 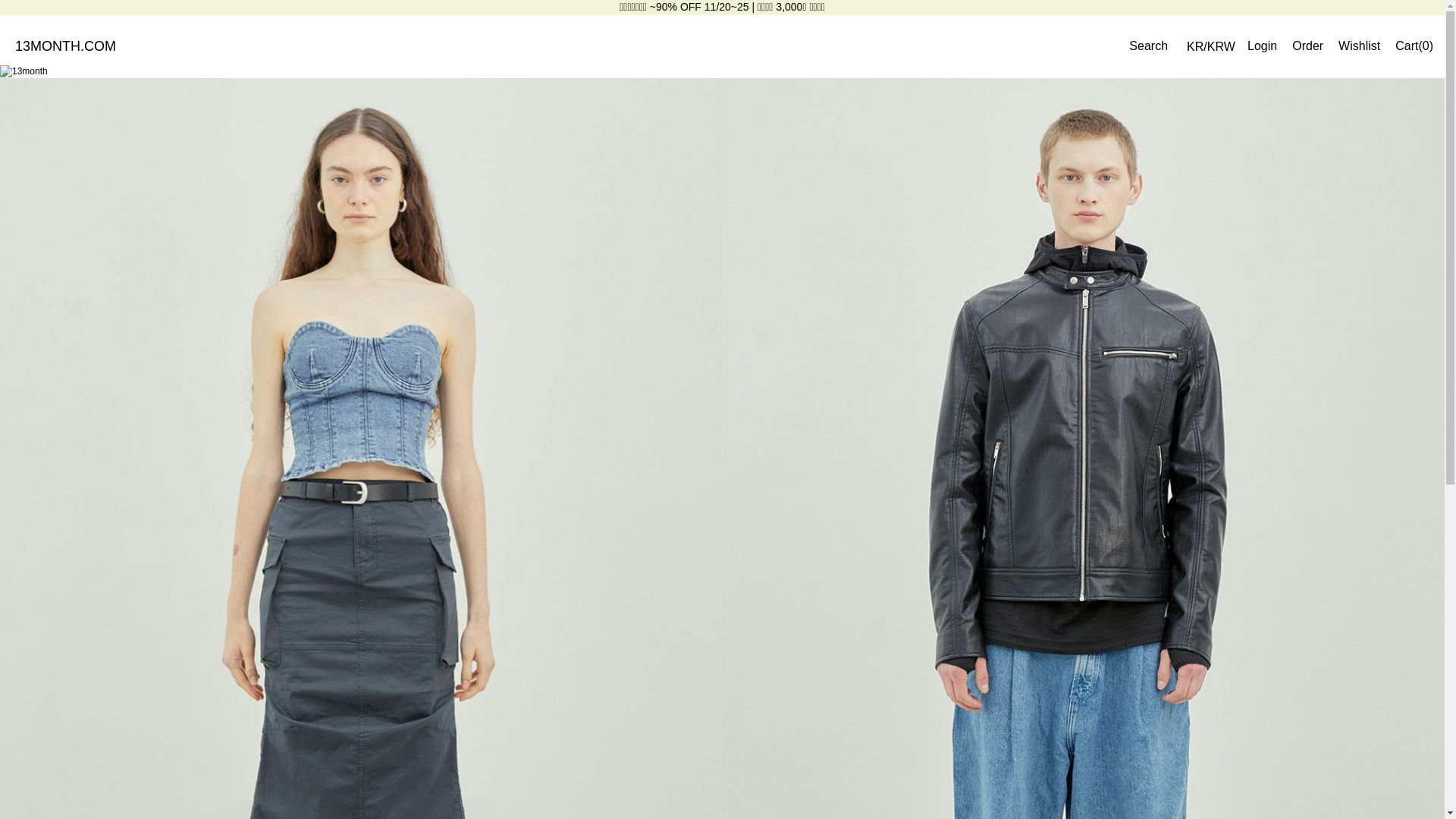 I want to click on 'Order', so click(x=1307, y=45).